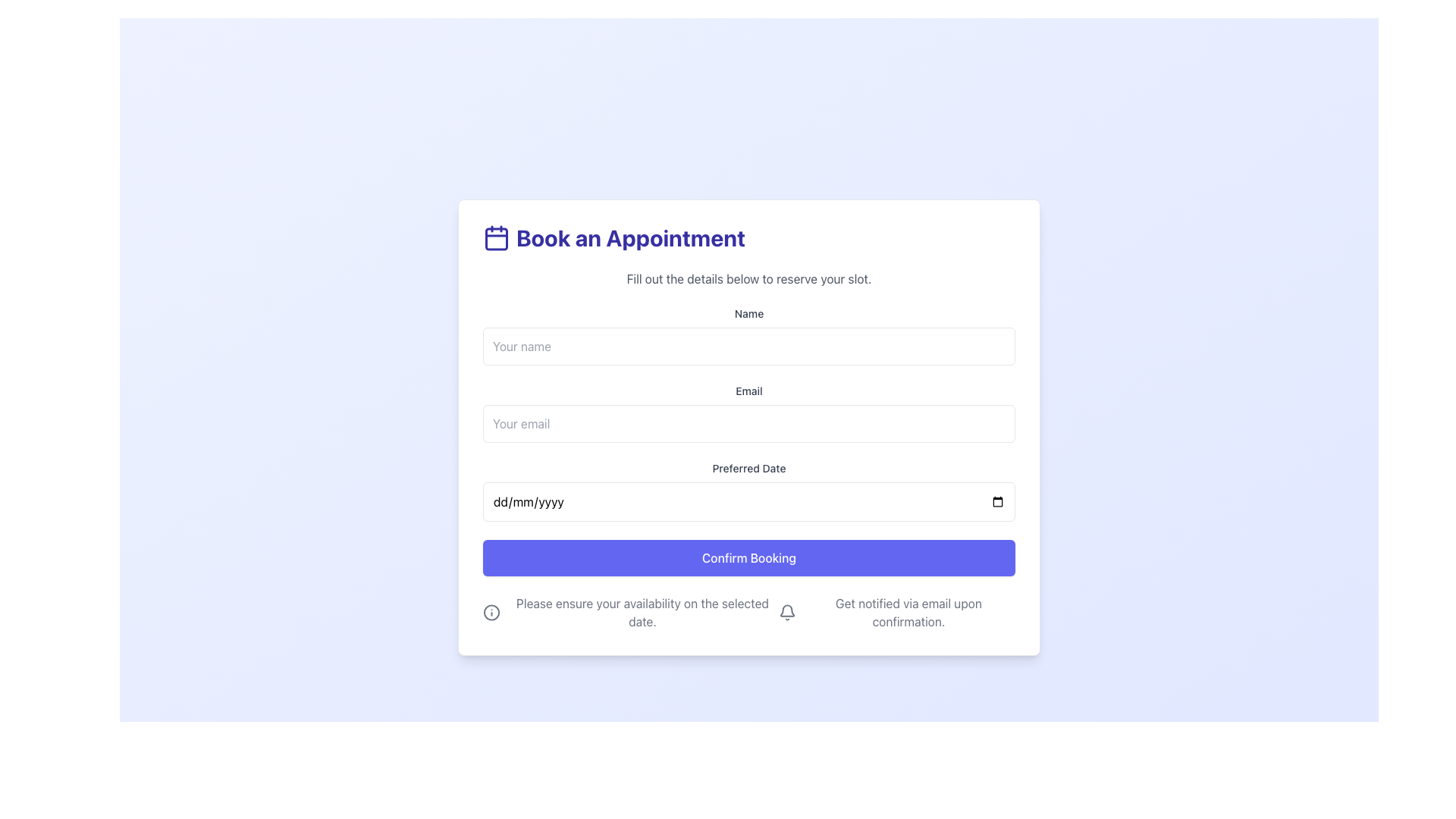 The width and height of the screenshot is (1456, 819). I want to click on the Text Label that provides guidance for booking an appointment, located directly below the heading 'Book an Appointment', so click(749, 278).